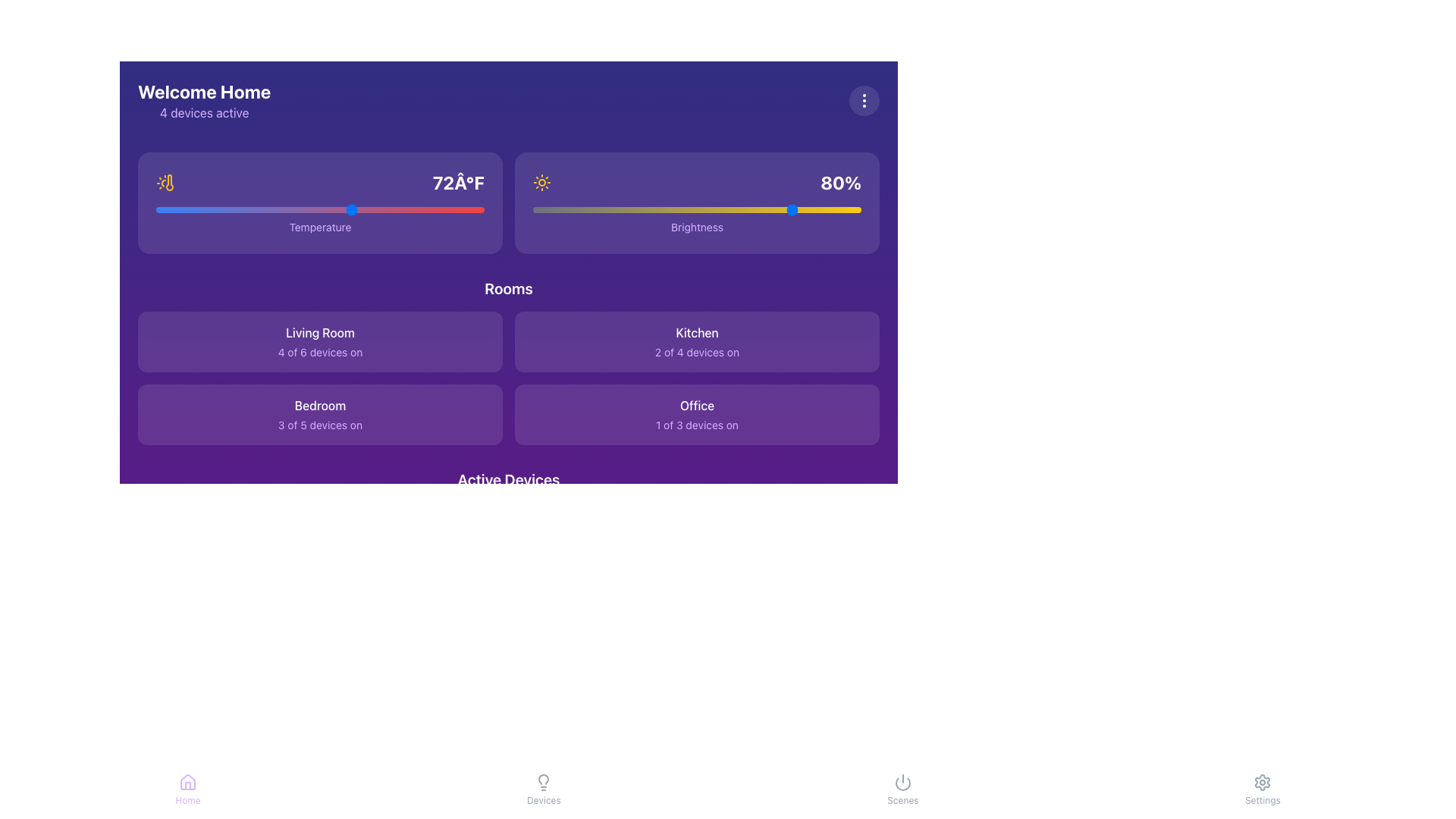 This screenshot has width=1456, height=819. Describe the element at coordinates (319, 425) in the screenshot. I see `the informational label indicating the number of active devices in the 'Bedroom' section, which is located below the 'Bedroom' title within the 'Rooms' card` at that location.